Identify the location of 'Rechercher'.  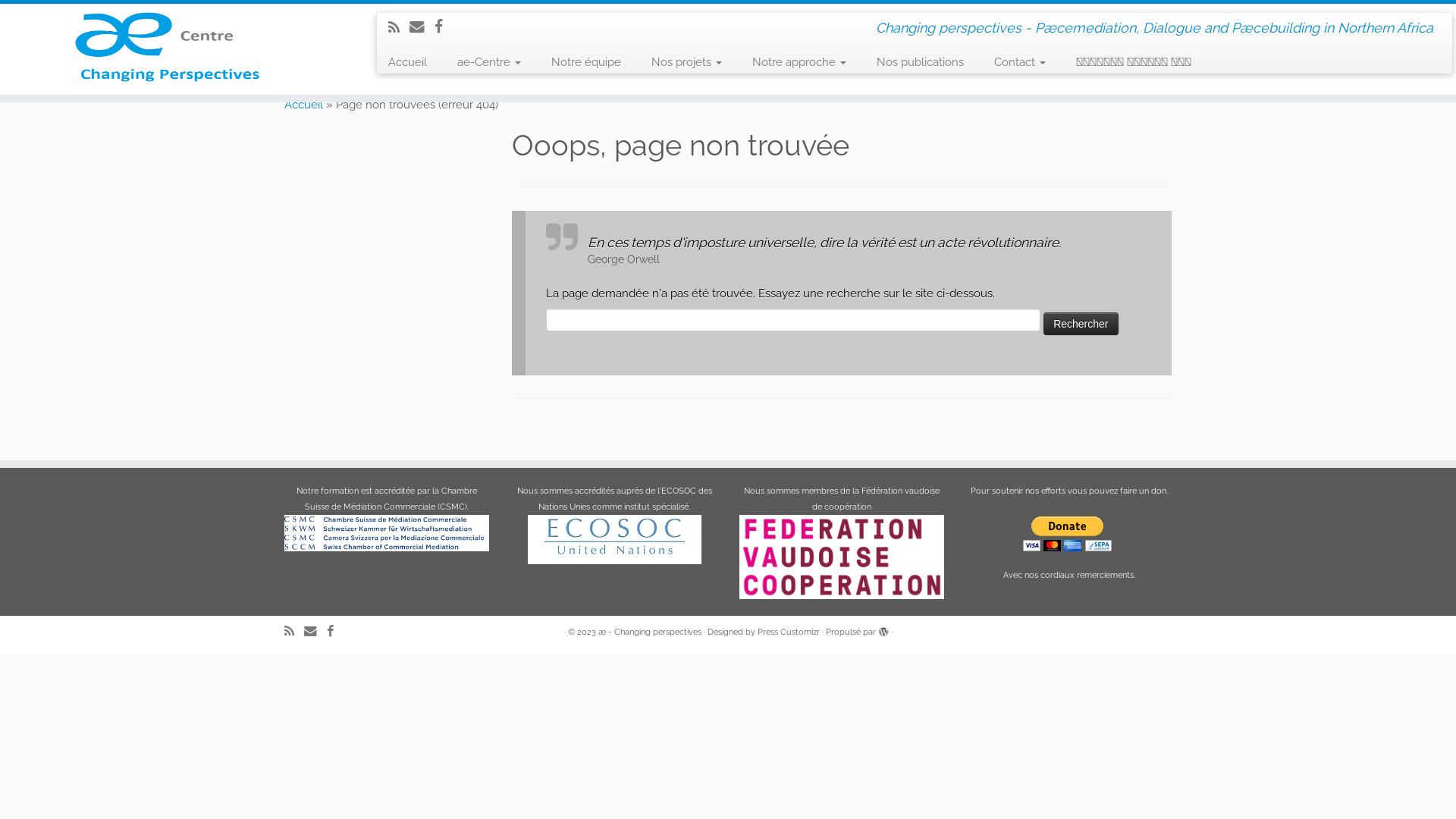
(1080, 323).